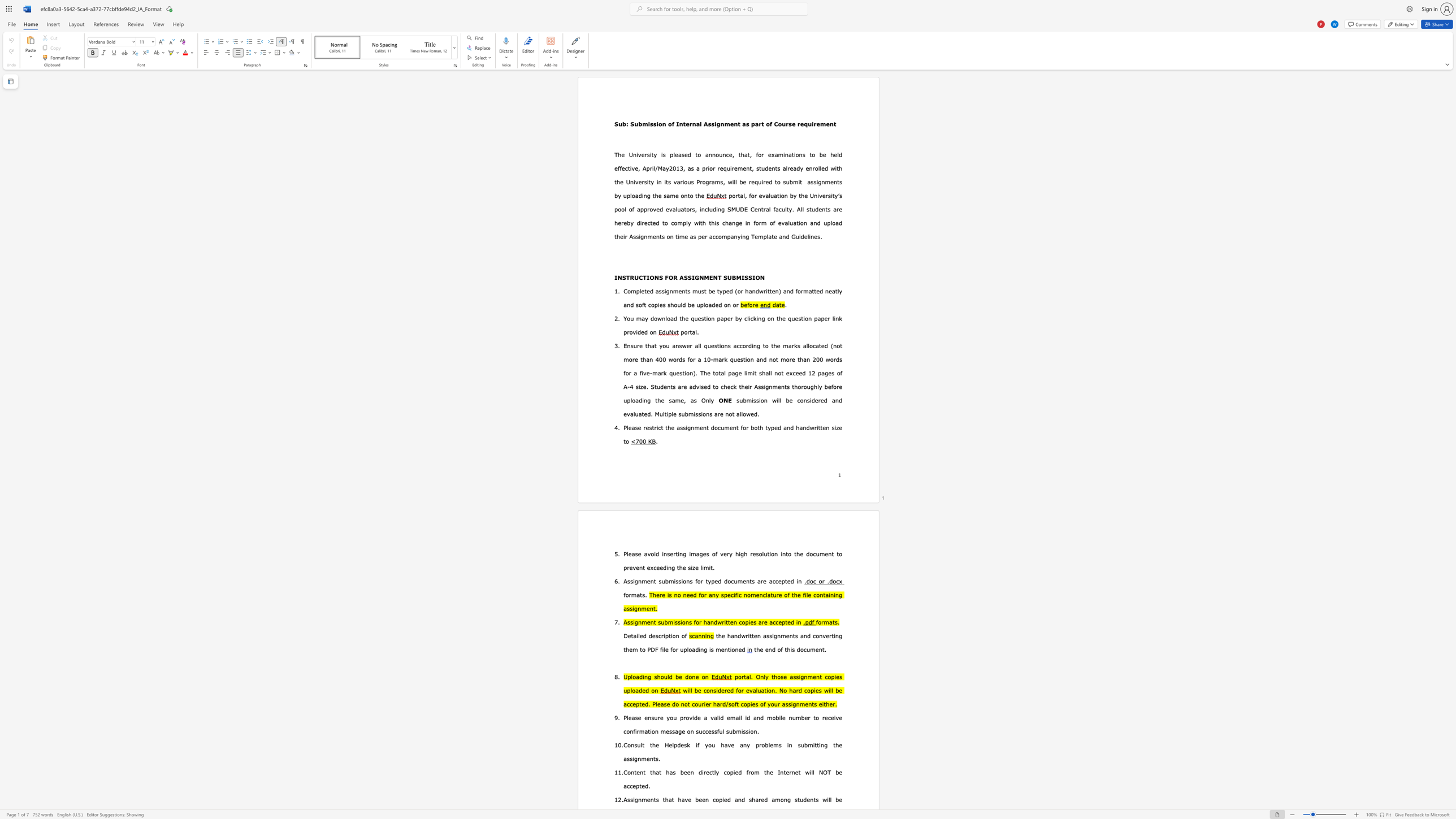  Describe the element at coordinates (638, 580) in the screenshot. I see `the subset text "nmen" within the text "Assignment submissions"` at that location.